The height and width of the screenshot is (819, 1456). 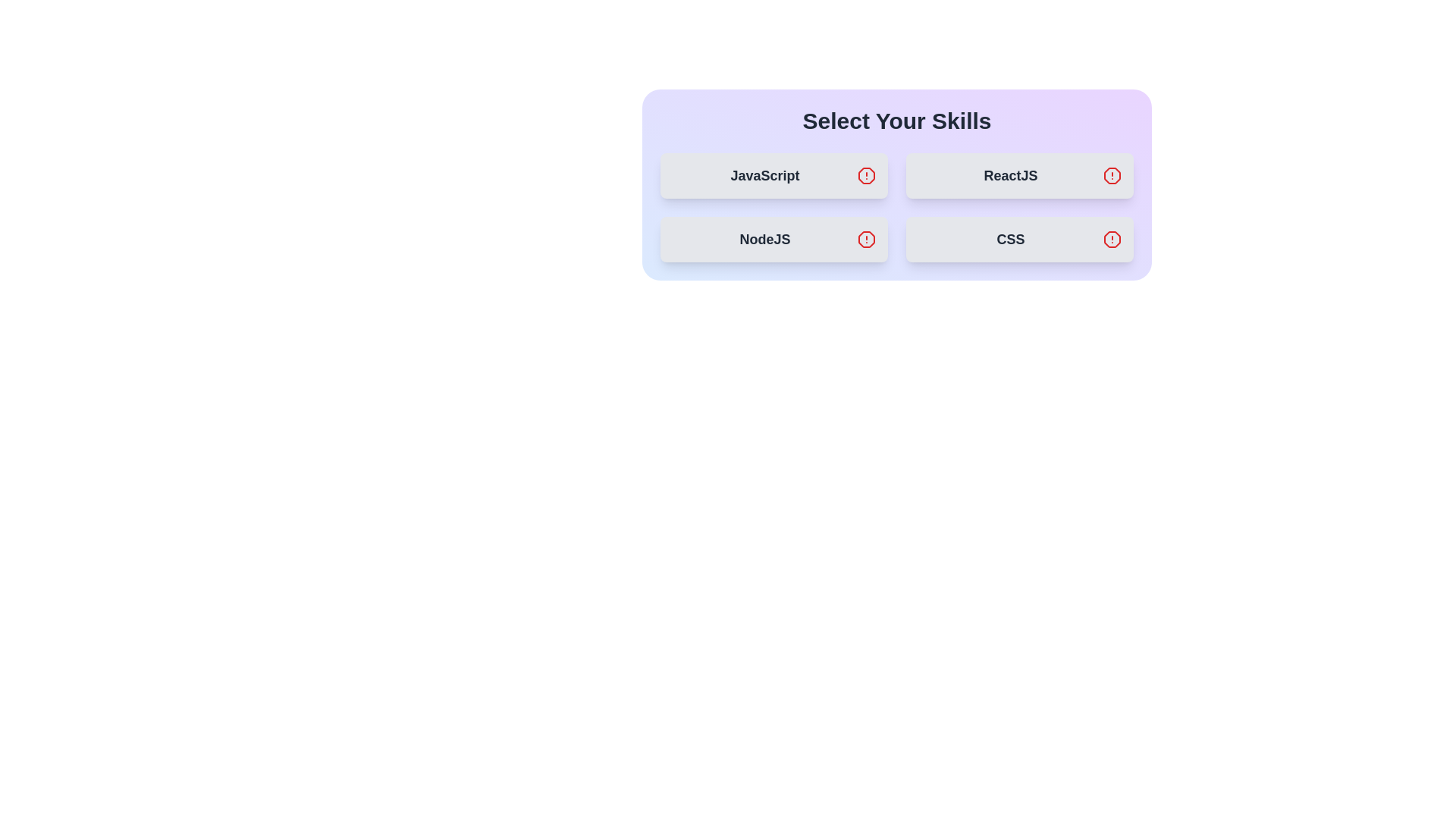 What do you see at coordinates (1019, 239) in the screenshot?
I see `the skill item CSS` at bounding box center [1019, 239].